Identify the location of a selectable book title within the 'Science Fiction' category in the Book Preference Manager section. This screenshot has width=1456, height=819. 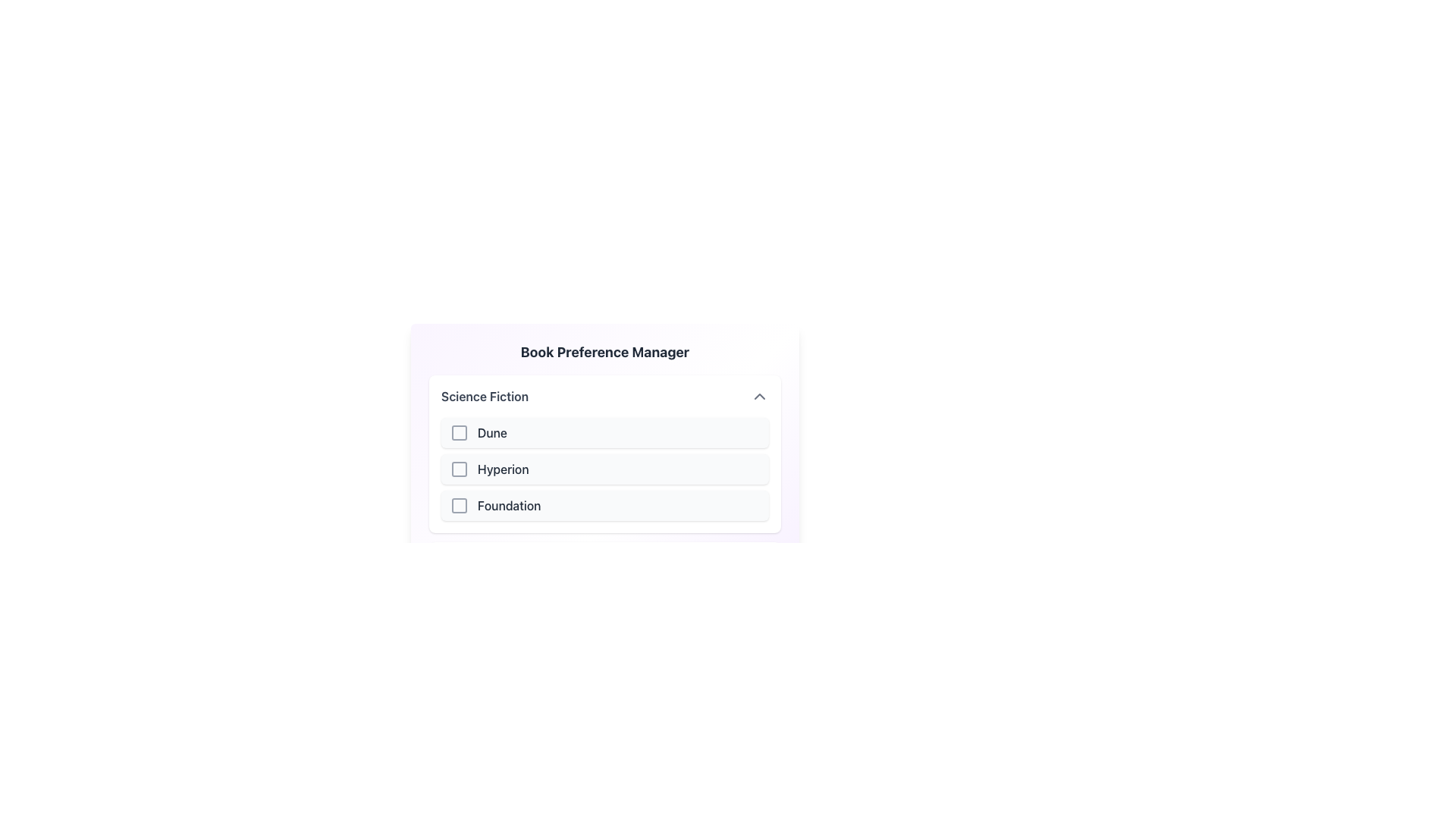
(604, 453).